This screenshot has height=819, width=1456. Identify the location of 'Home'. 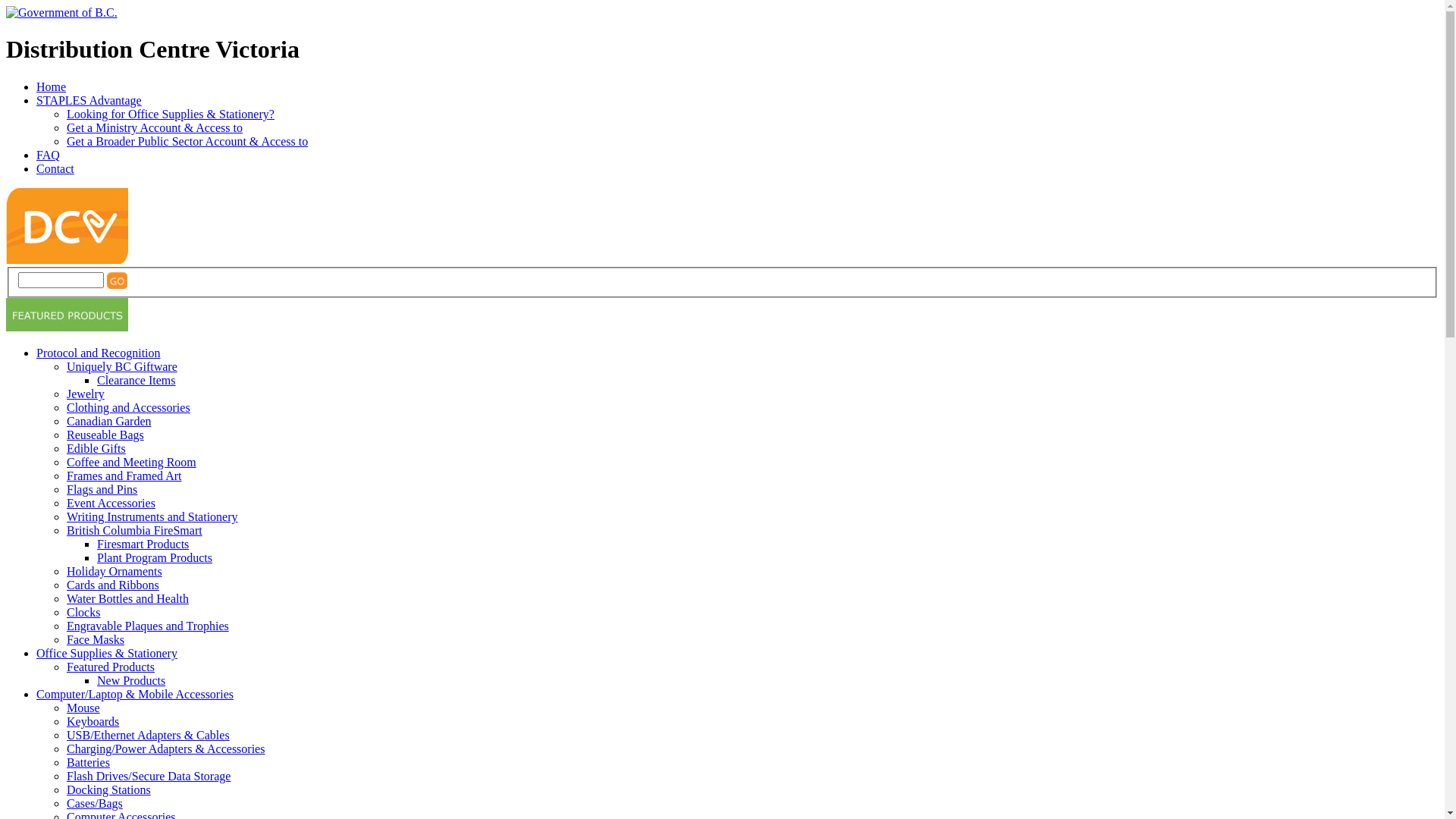
(51, 86).